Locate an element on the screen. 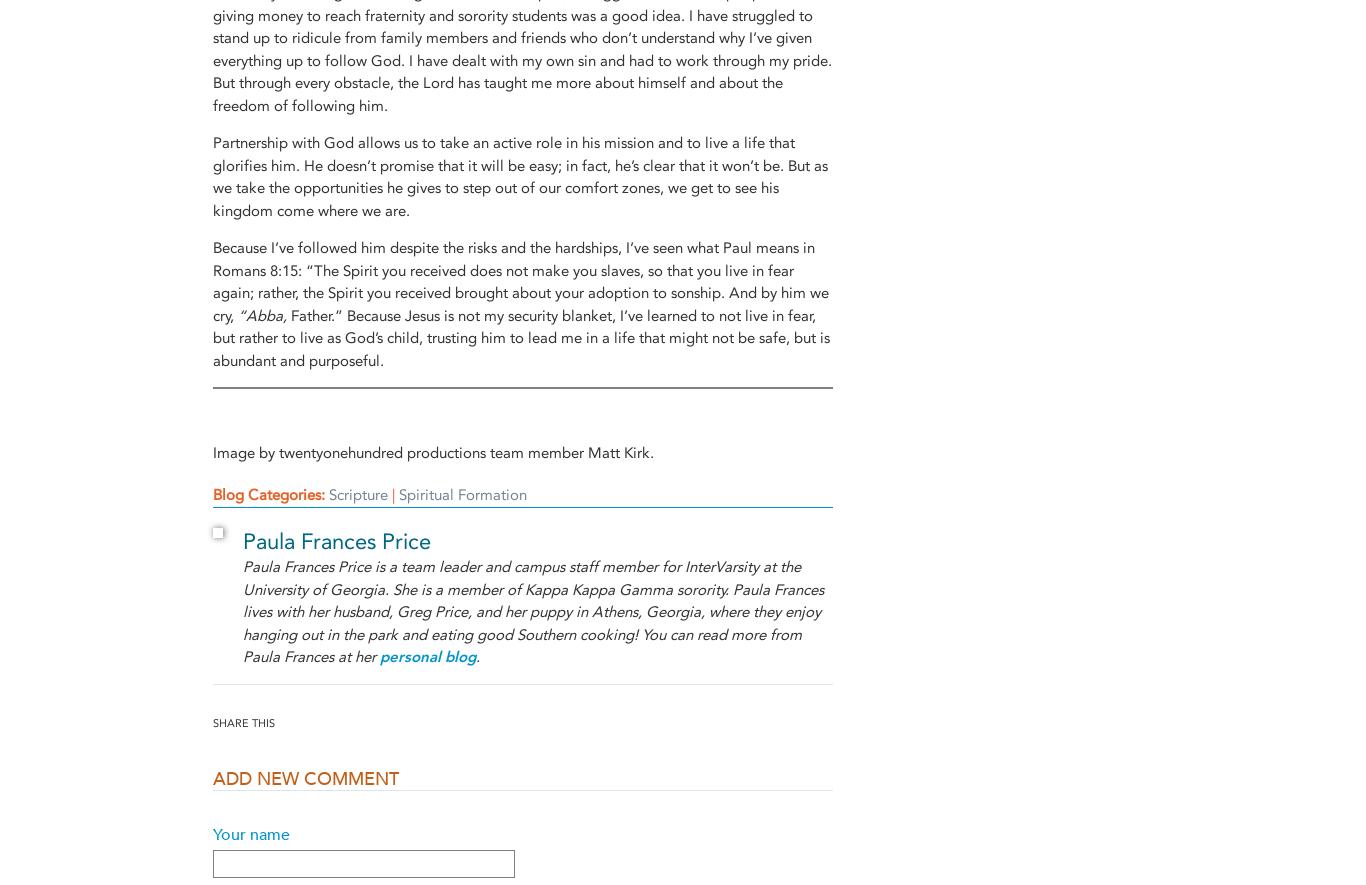 Image resolution: width=1366 pixels, height=885 pixels. 'personal blog' is located at coordinates (426, 657).